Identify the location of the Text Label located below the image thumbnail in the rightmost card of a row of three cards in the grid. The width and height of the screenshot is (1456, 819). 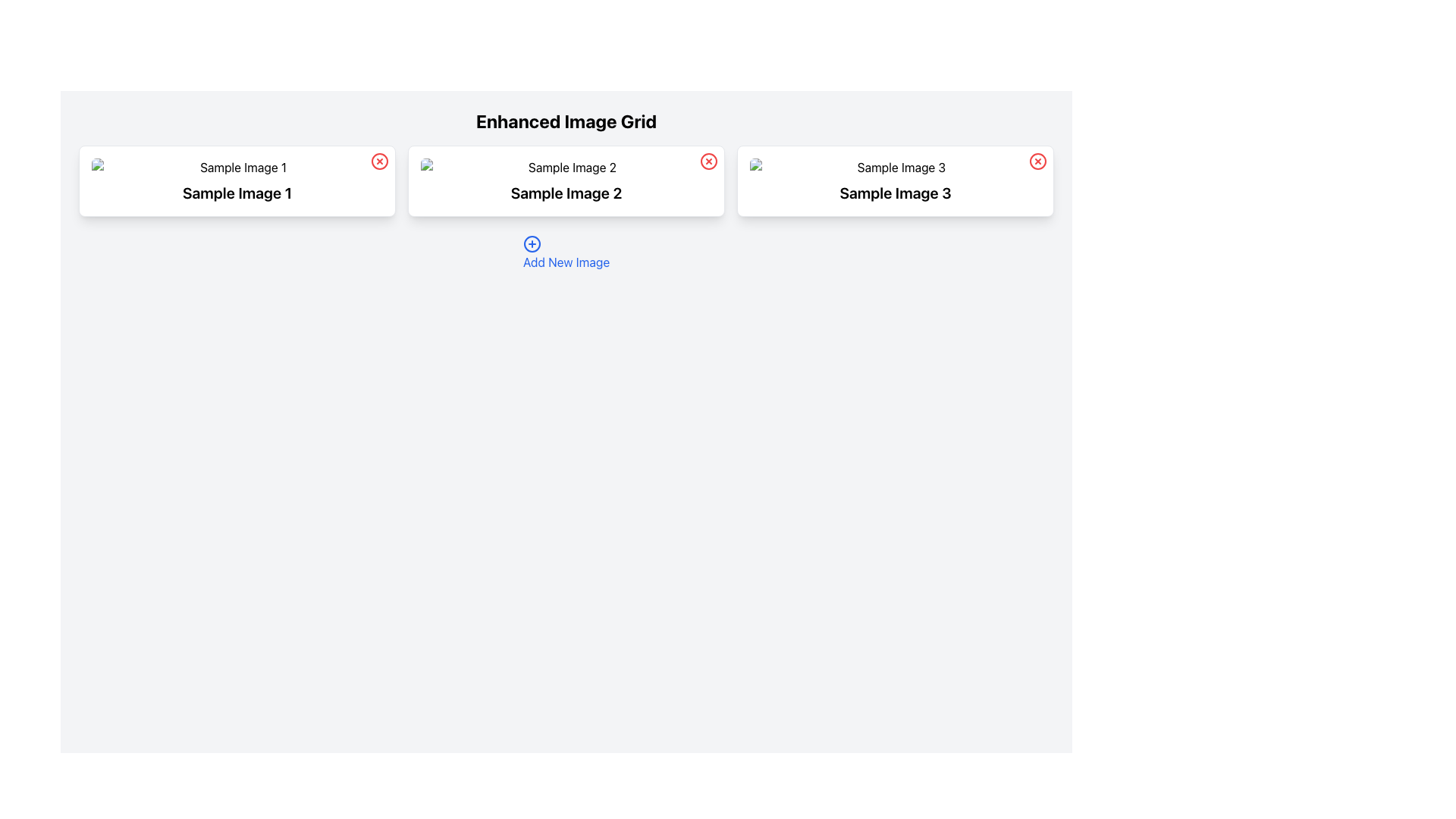
(895, 192).